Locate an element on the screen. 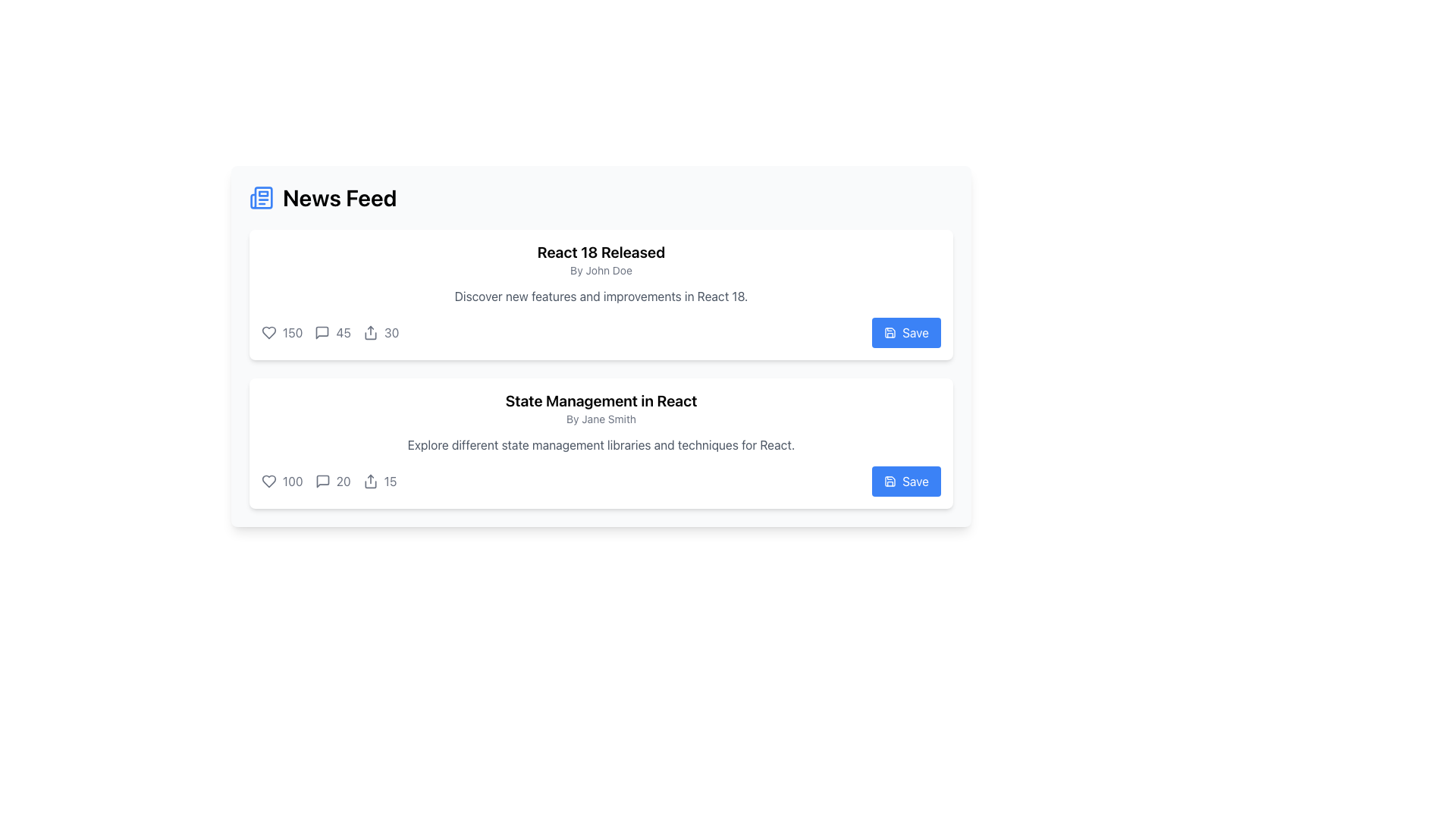  headline text located at the top of the News Feed section, centered above the smaller text 'By Jane Smith' is located at coordinates (600, 400).